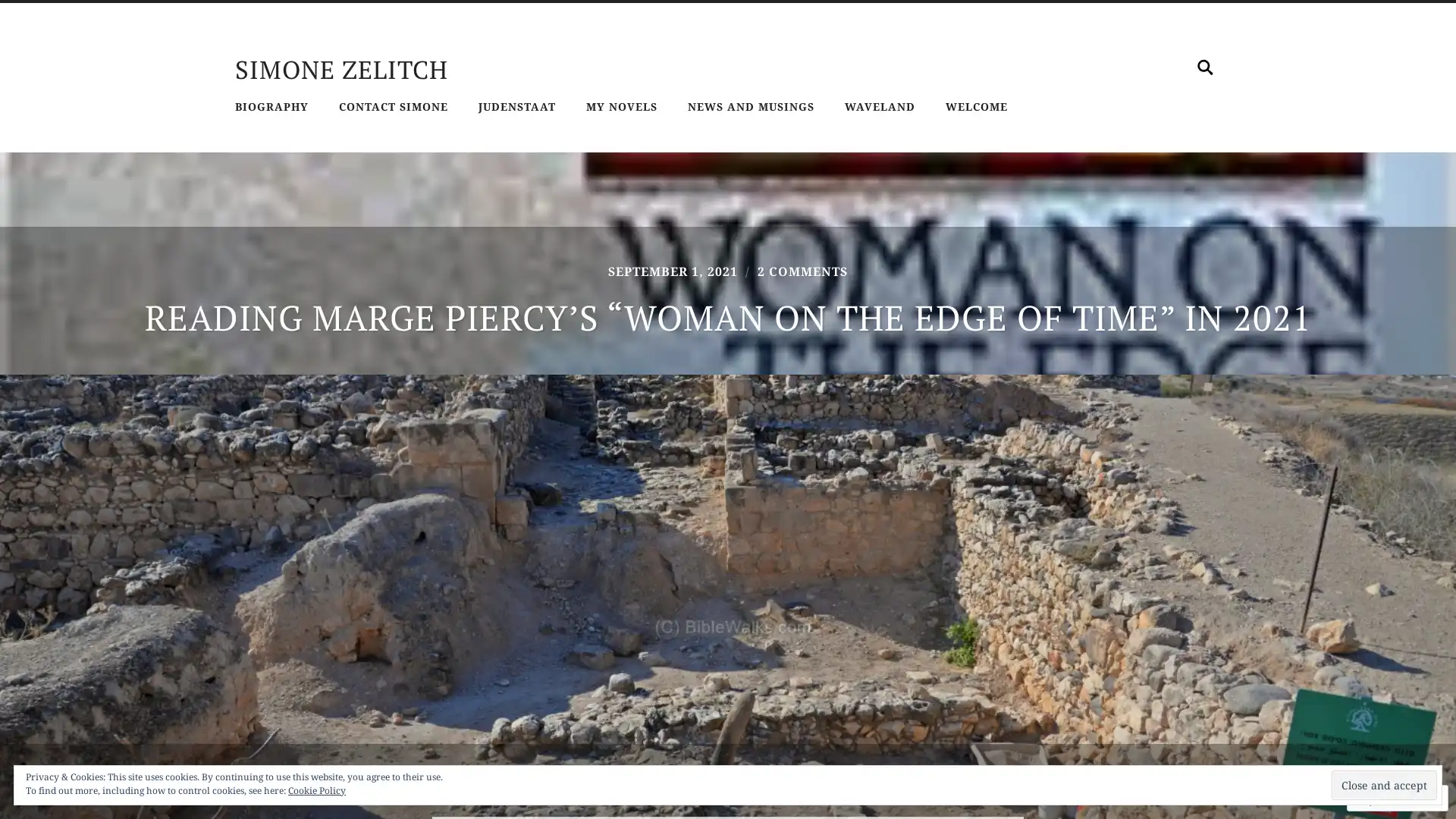 The image size is (1456, 819). I want to click on Close and accept, so click(1384, 785).